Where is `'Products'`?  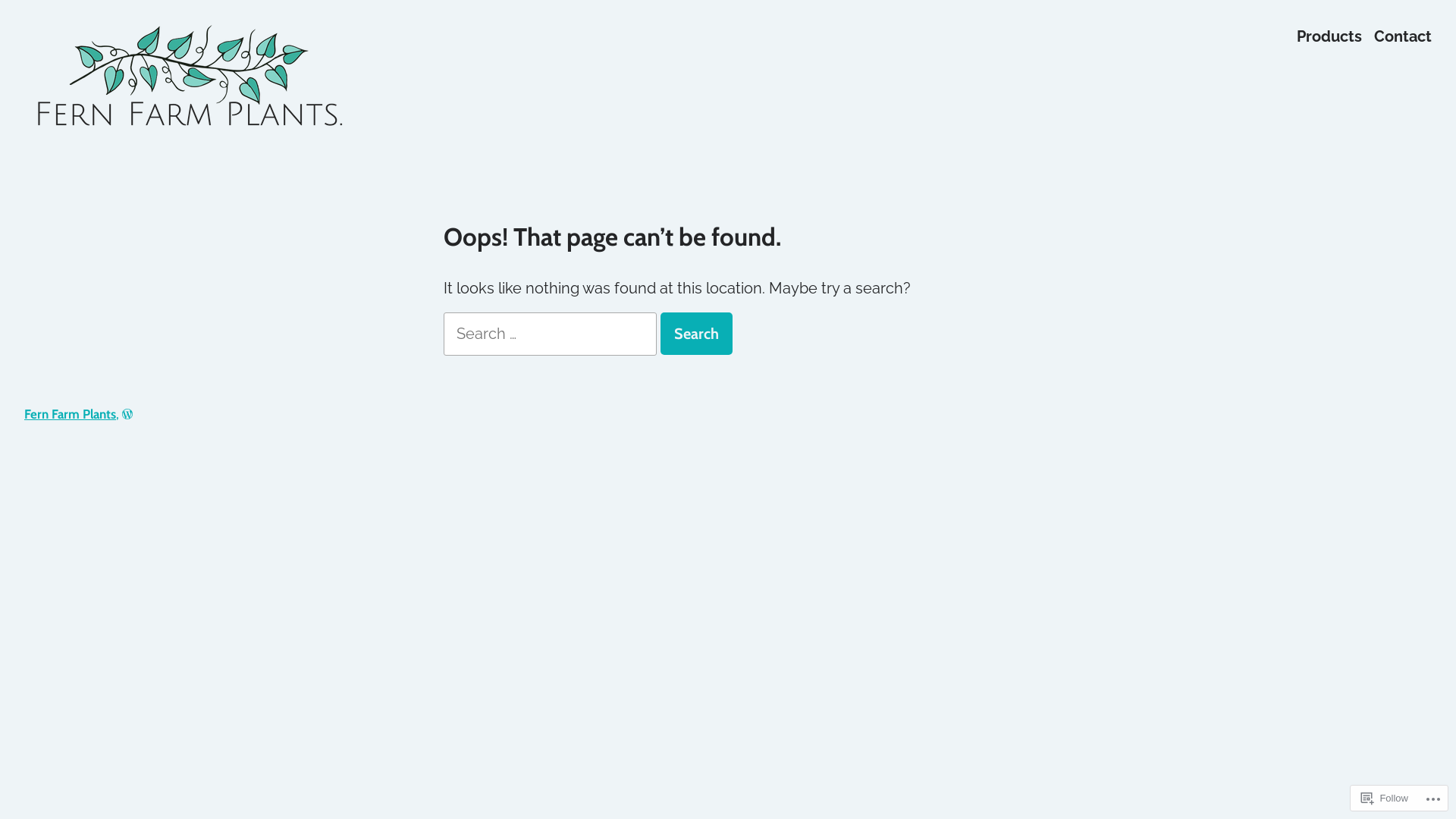 'Products' is located at coordinates (1328, 35).